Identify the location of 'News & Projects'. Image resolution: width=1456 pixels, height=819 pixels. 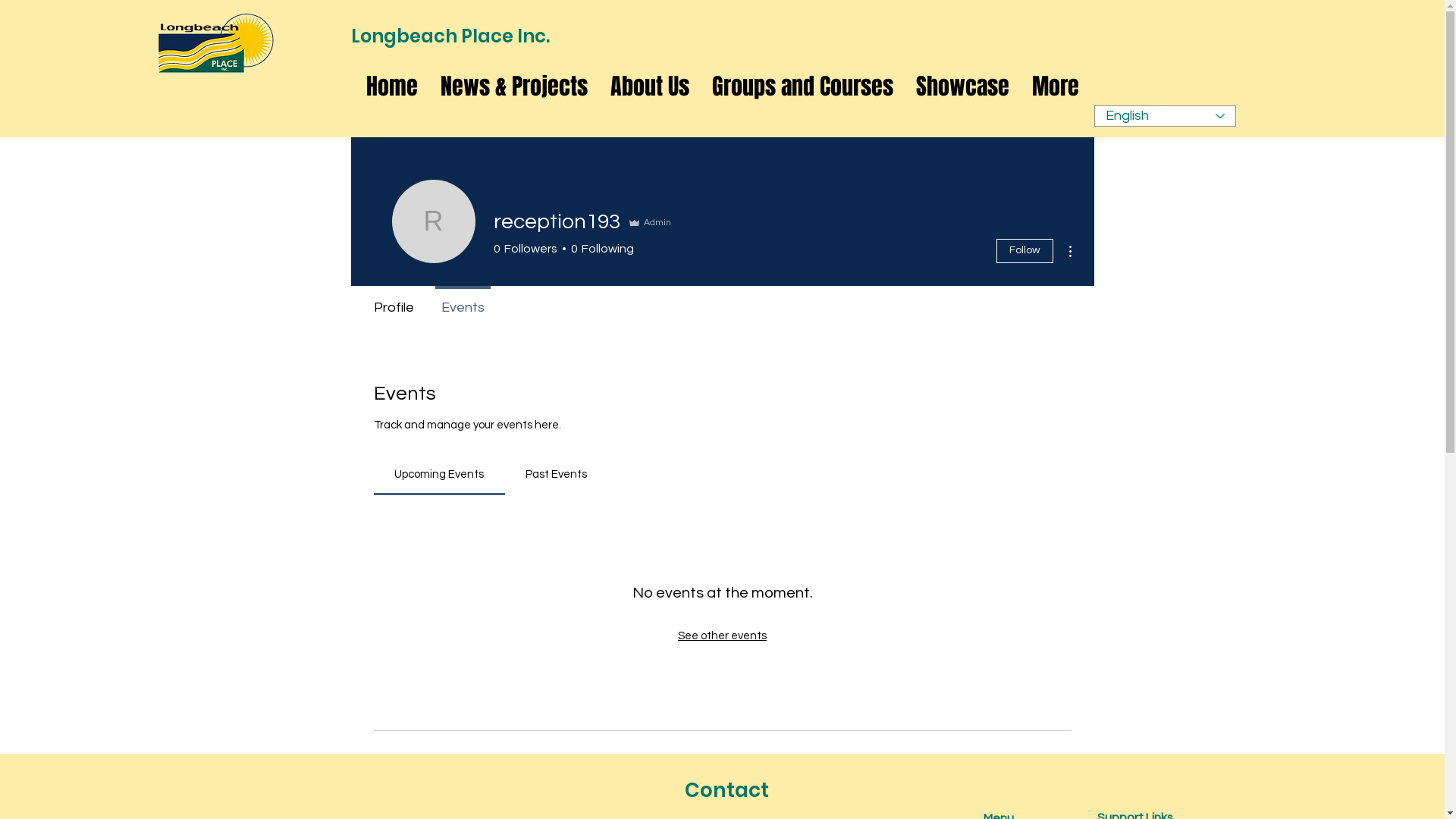
(513, 86).